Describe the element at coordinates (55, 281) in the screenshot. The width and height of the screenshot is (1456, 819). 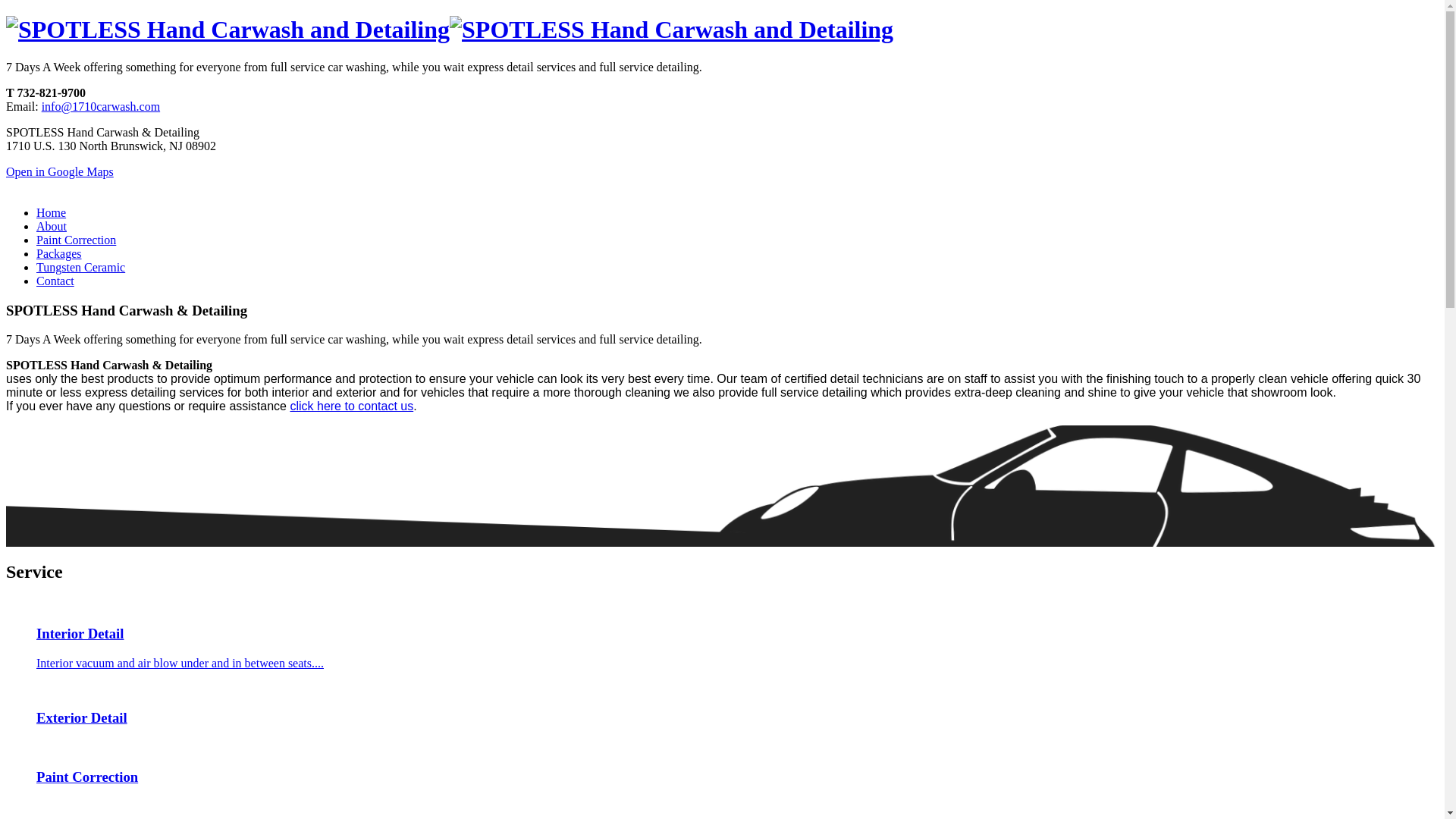
I see `'Contact'` at that location.